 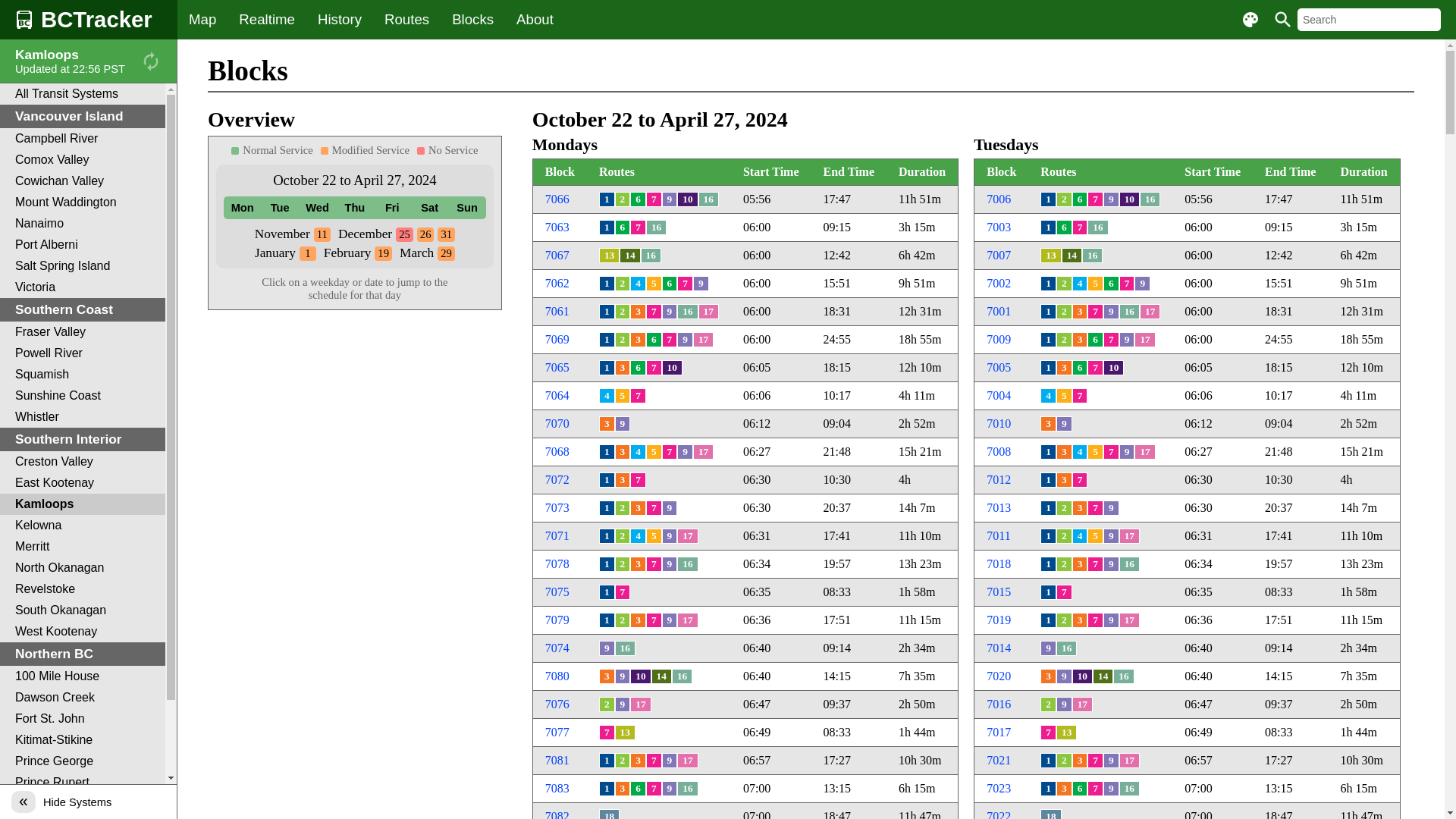 What do you see at coordinates (686, 198) in the screenshot?
I see `'10'` at bounding box center [686, 198].